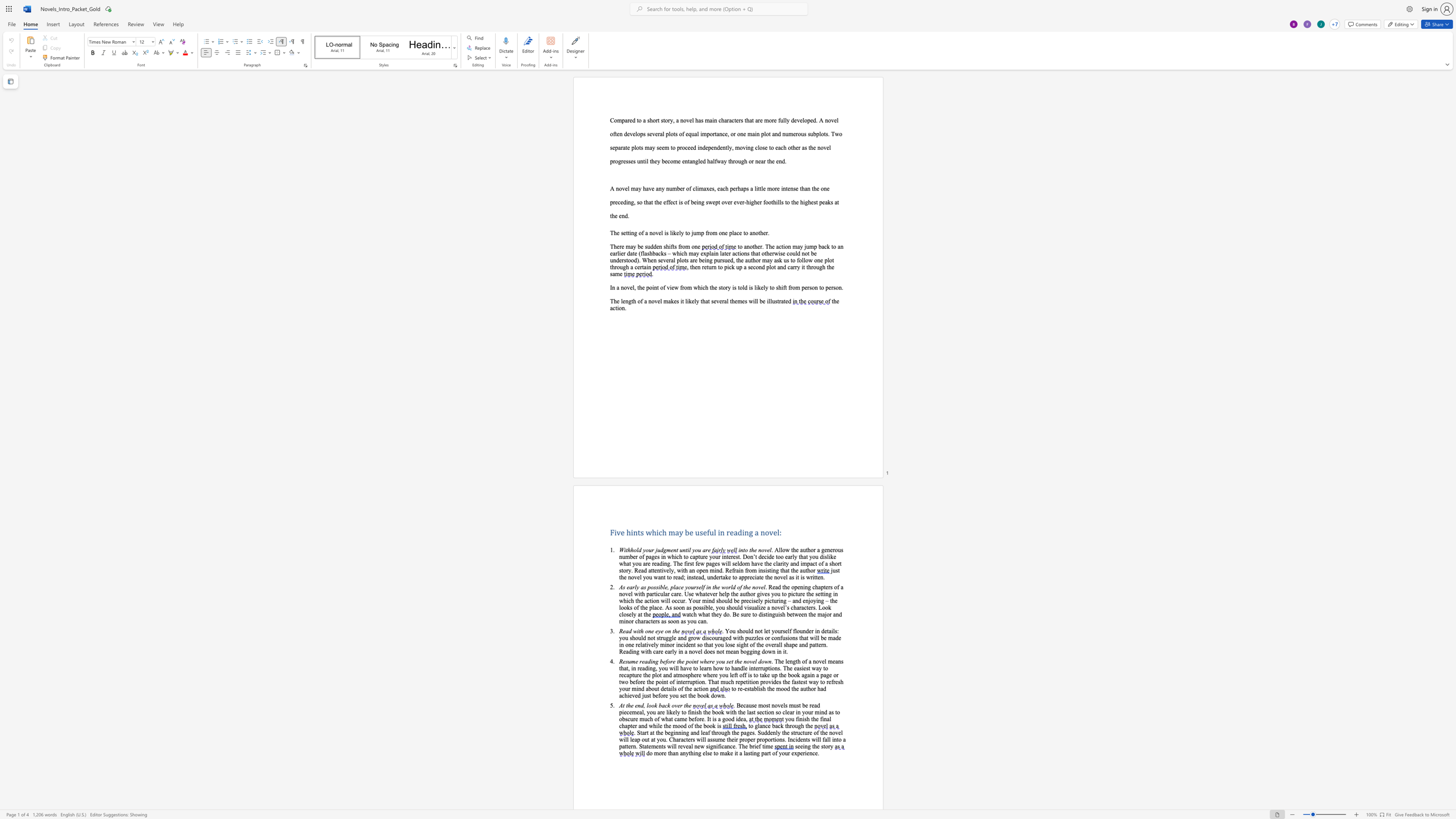  What do you see at coordinates (625, 147) in the screenshot?
I see `the space between the continuous character "a" and "t" in the text` at bounding box center [625, 147].